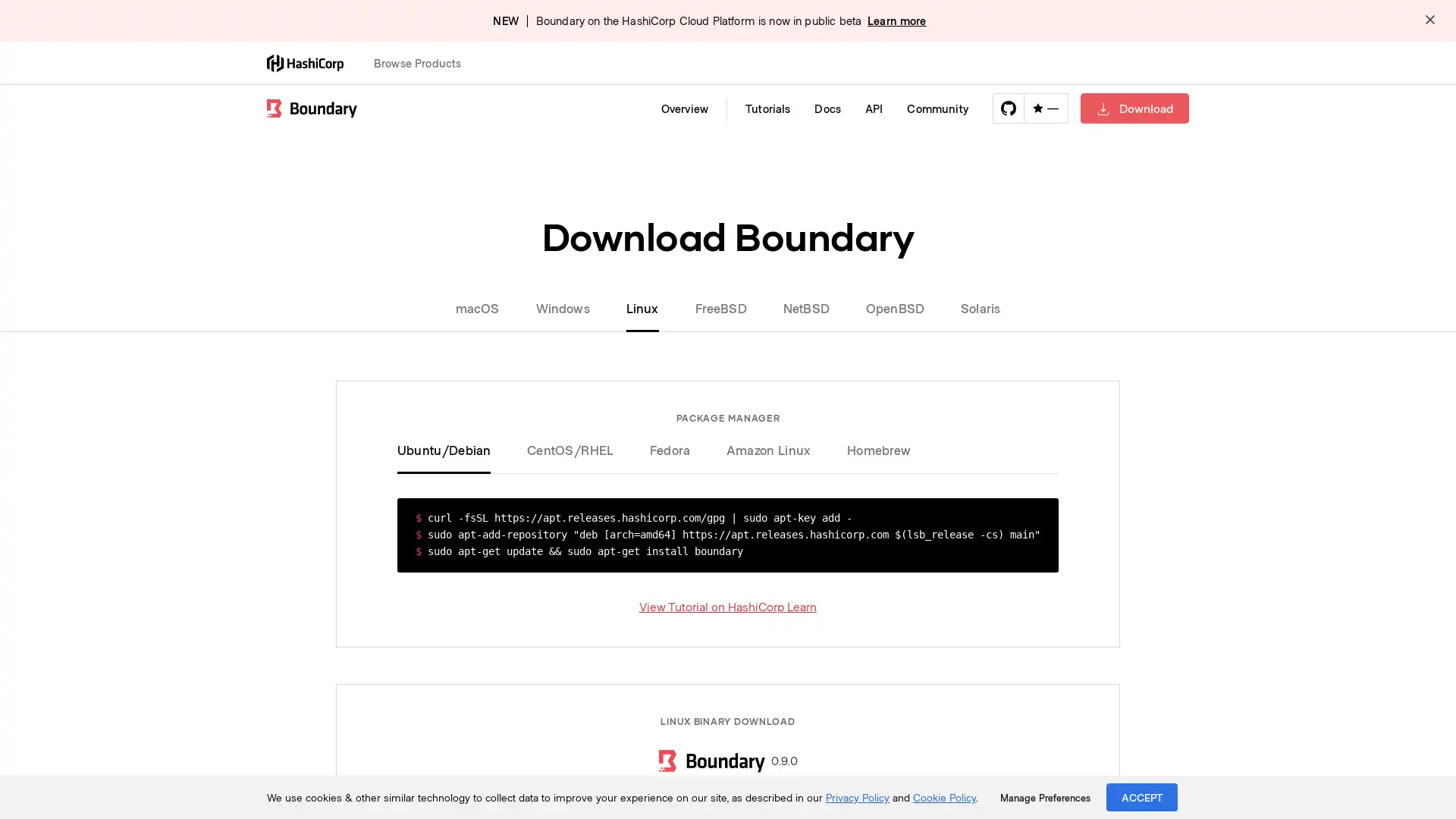 This screenshot has height=819, width=1456. Describe the element at coordinates (768, 449) in the screenshot. I see `Amazon Linux` at that location.